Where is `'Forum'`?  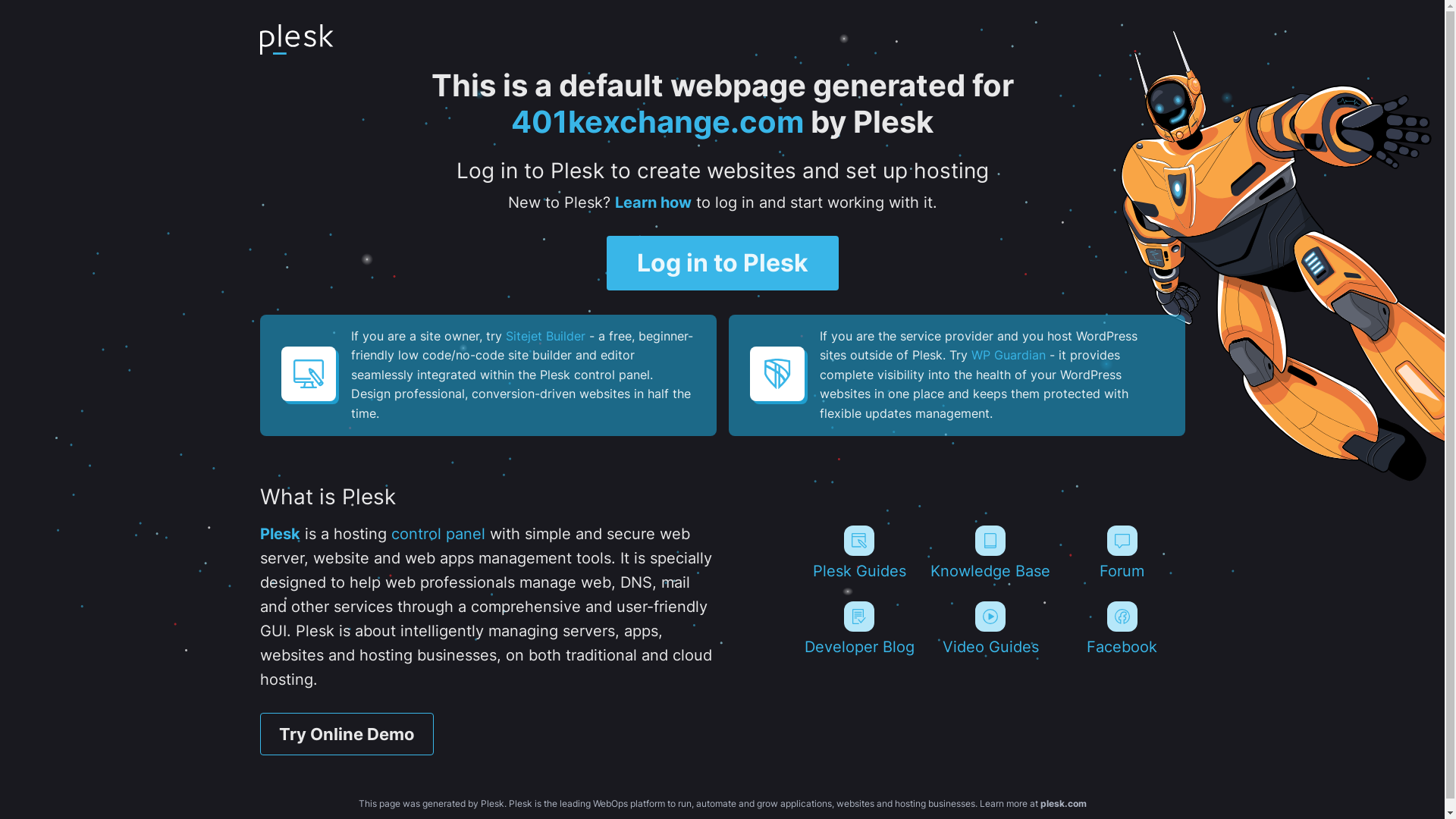 'Forum' is located at coordinates (1122, 553).